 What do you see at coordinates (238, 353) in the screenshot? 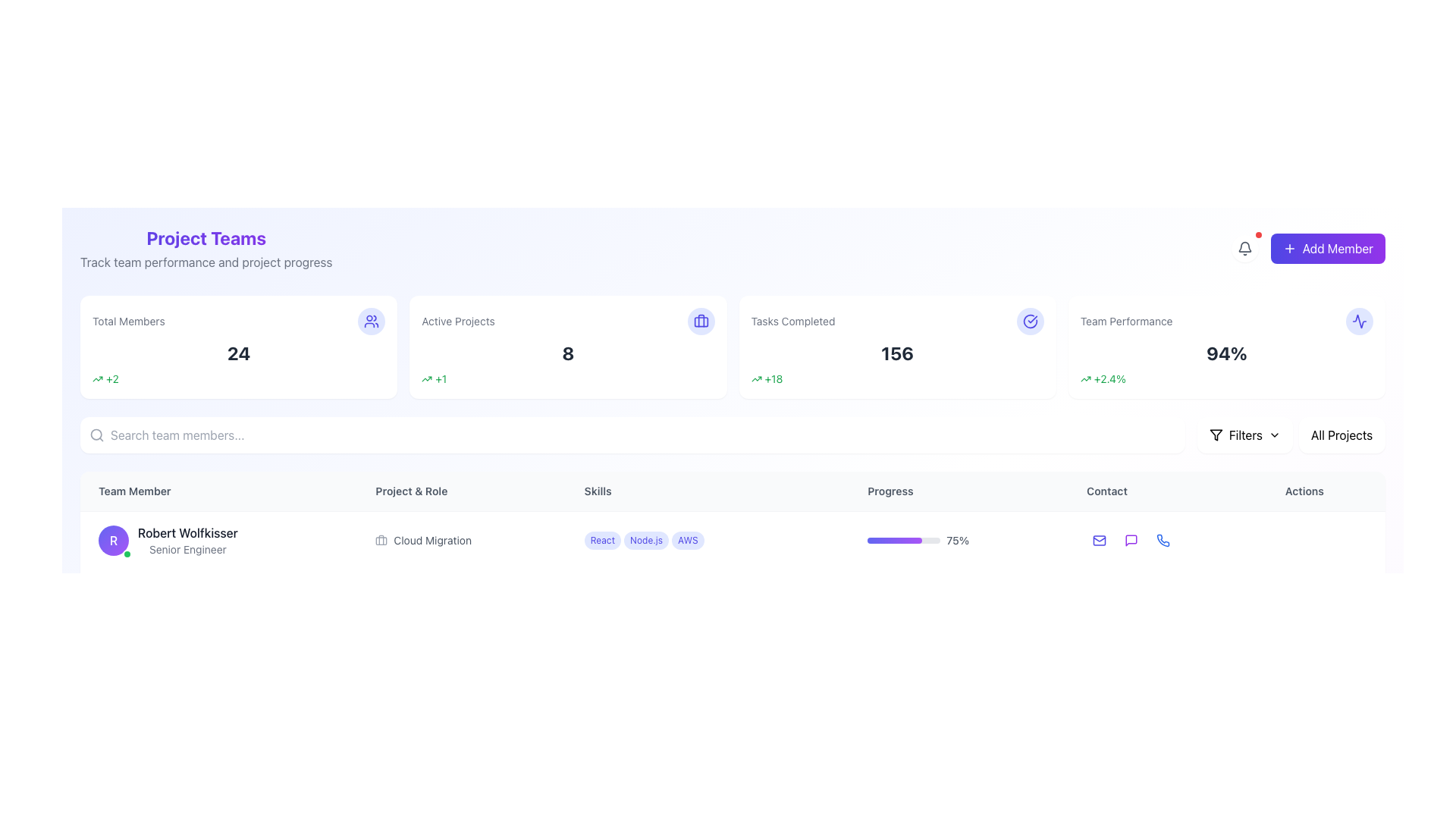
I see `the text displaying the total number of members located within the 'Total Members' card in the top-left portion of the interface` at bounding box center [238, 353].